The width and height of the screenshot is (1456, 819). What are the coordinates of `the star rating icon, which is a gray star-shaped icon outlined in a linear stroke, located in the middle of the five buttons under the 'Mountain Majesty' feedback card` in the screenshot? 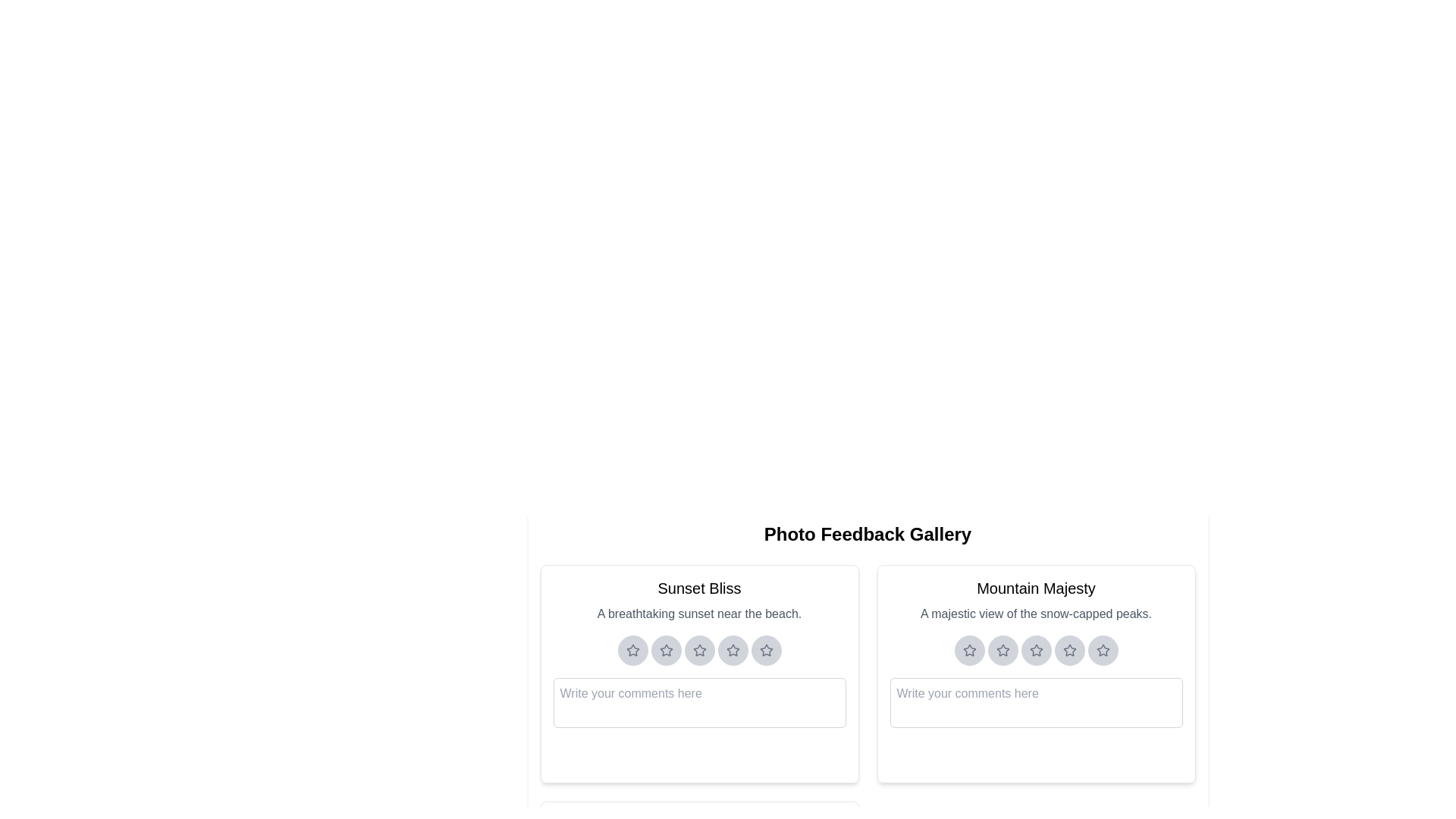 It's located at (1035, 649).